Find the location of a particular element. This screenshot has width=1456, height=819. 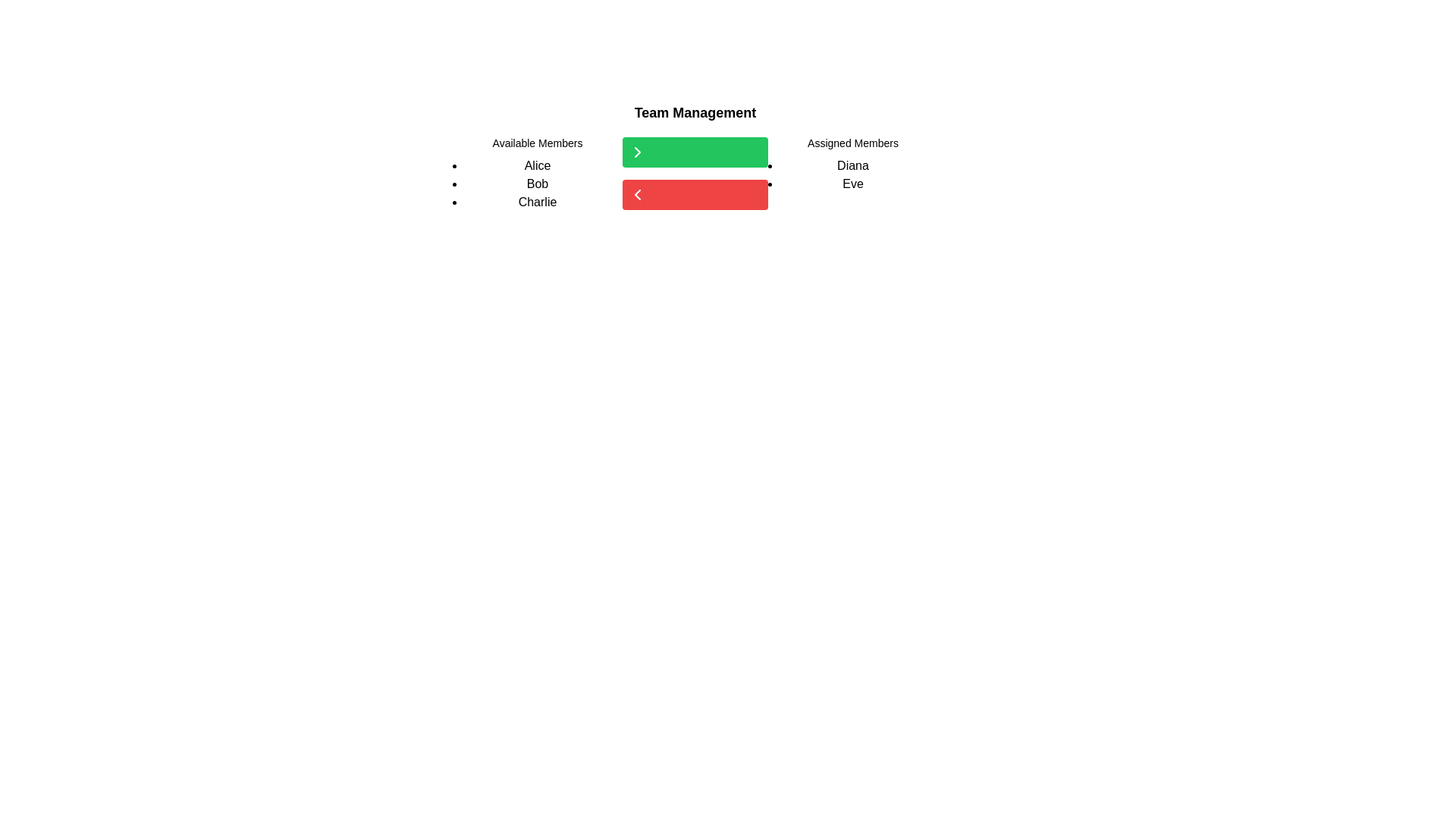

the leftward-pointing chevron icon located within the red rectangular button, which is centered between the 'Available Members' and 'Assigned Members' columns is located at coordinates (637, 194).